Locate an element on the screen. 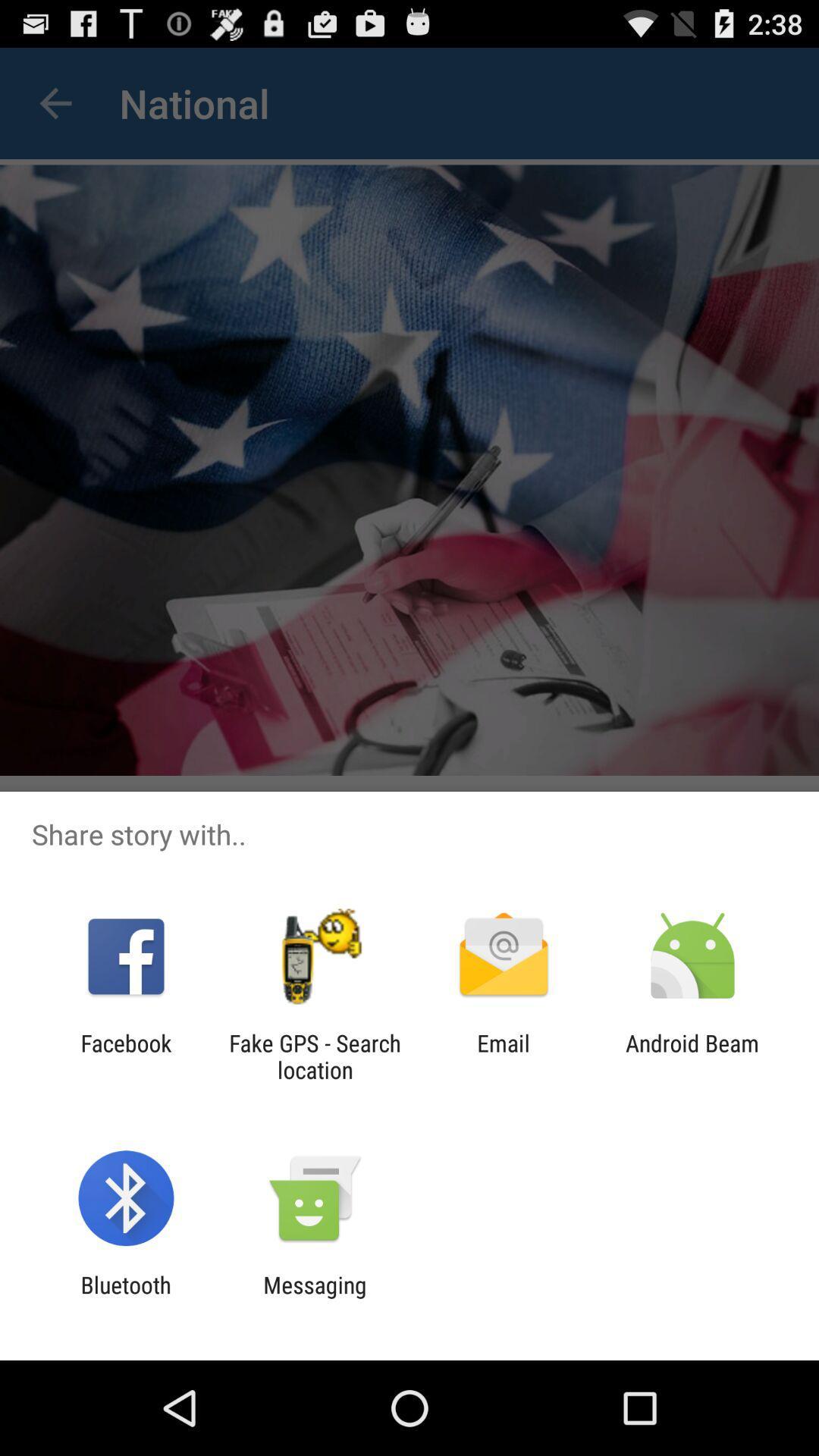 This screenshot has height=1456, width=819. the app to the right of facebook item is located at coordinates (314, 1056).